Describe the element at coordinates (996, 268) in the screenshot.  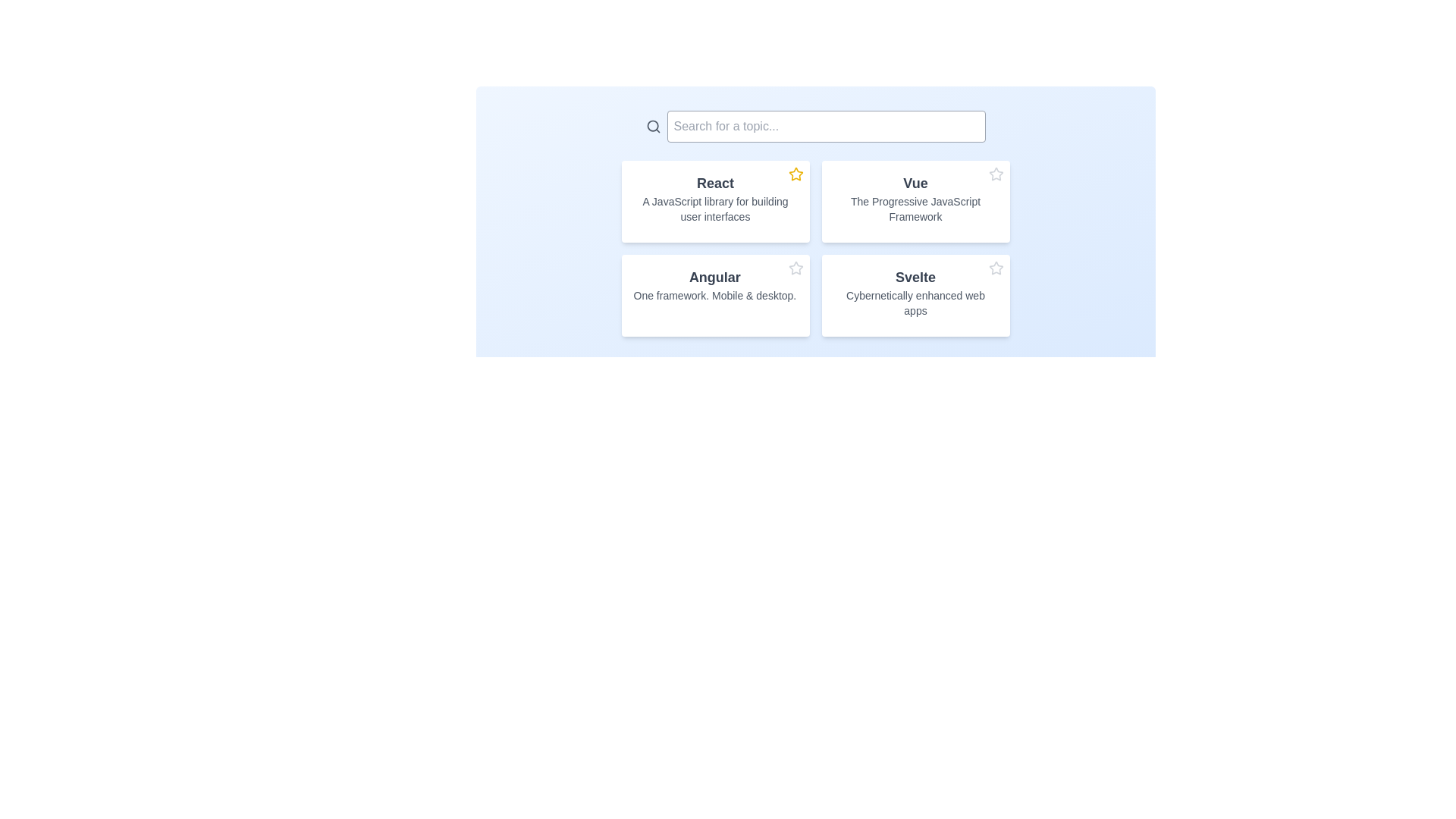
I see `the star icon in the top-right corner of the 'Svelte' card` at that location.